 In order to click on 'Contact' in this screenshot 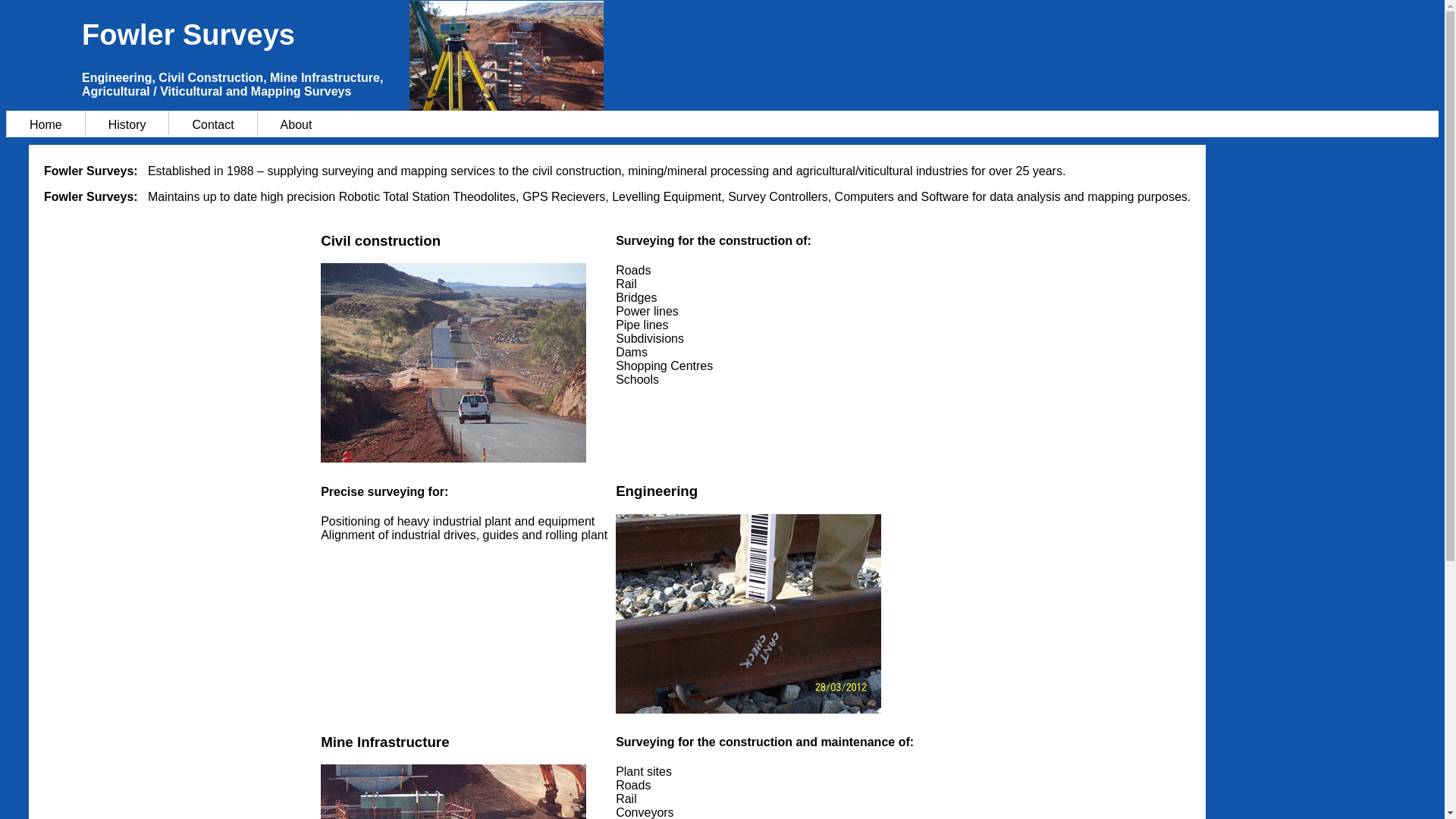, I will do `click(211, 122)`.